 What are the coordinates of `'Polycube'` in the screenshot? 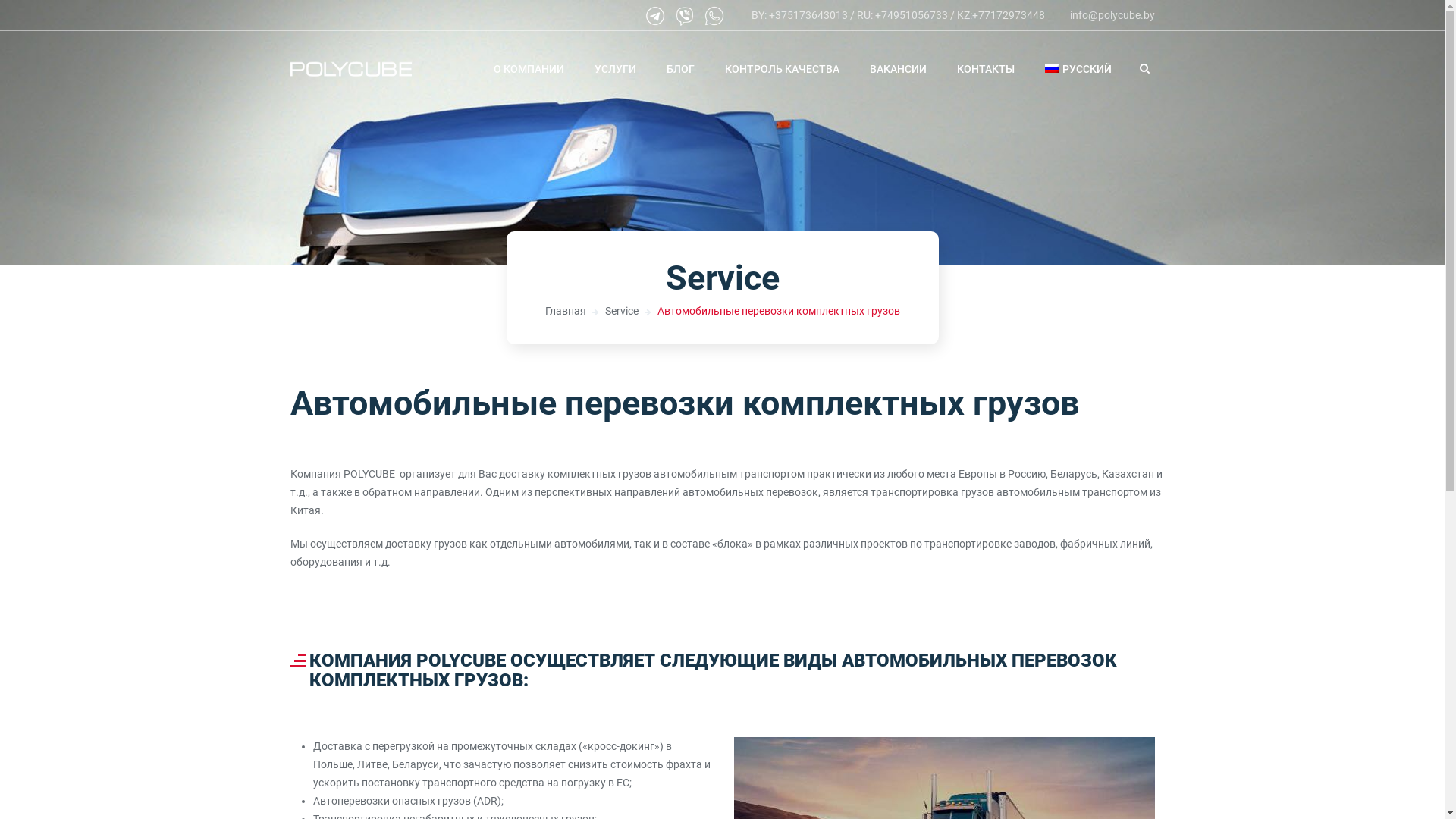 It's located at (349, 69).